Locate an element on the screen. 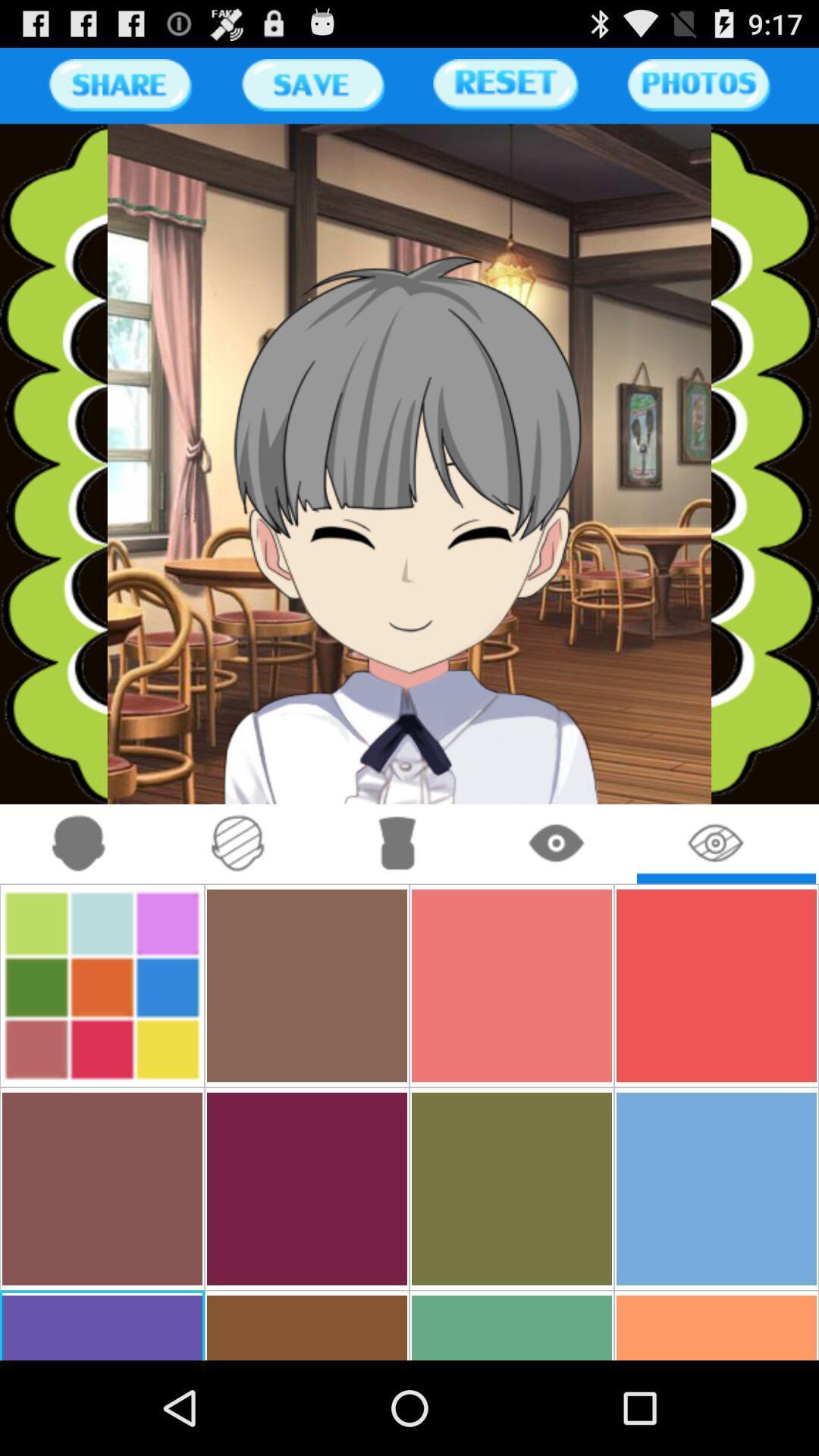  eye color is located at coordinates (717, 843).